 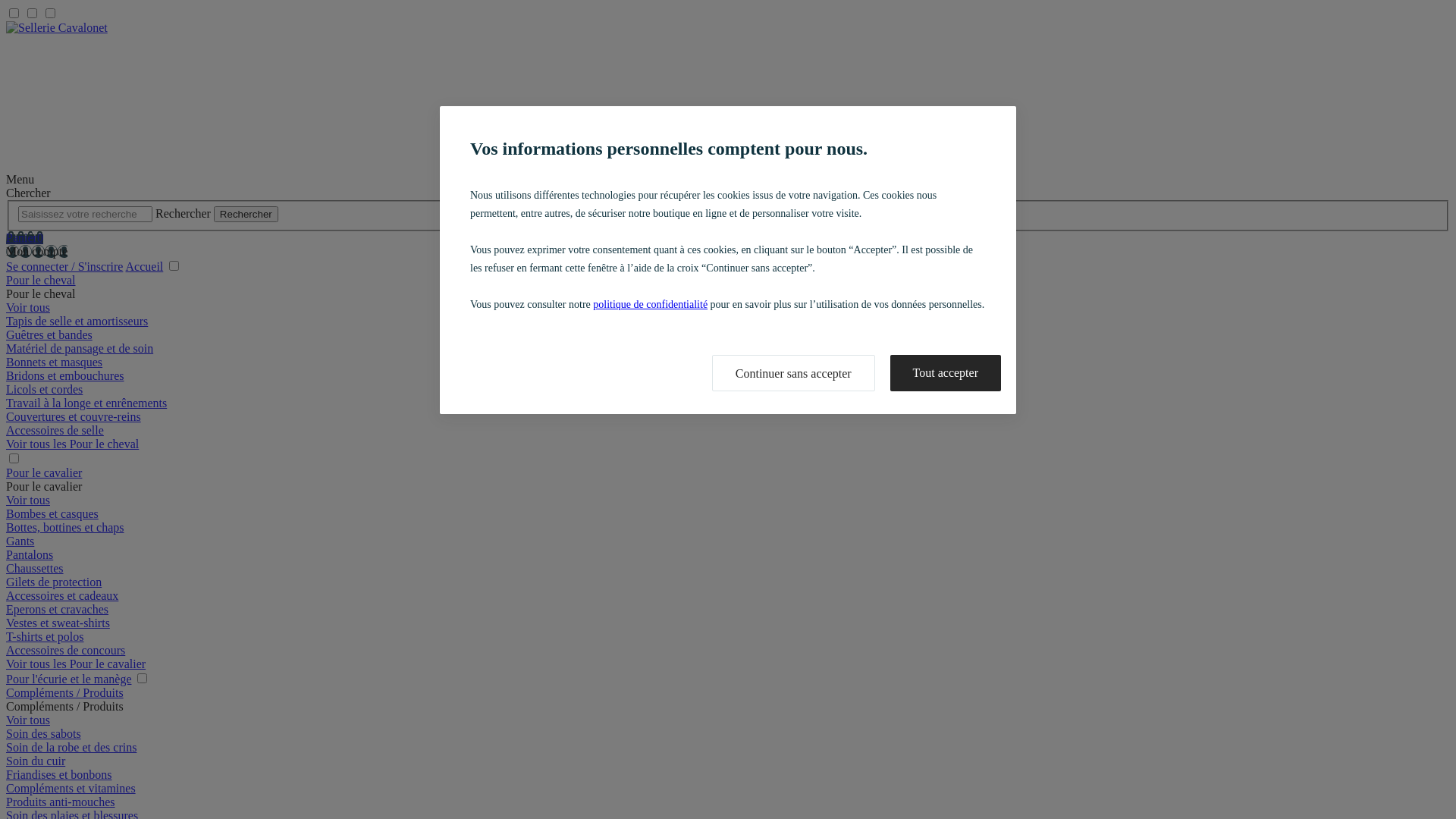 I want to click on 'Soin du cuir', so click(x=36, y=761).